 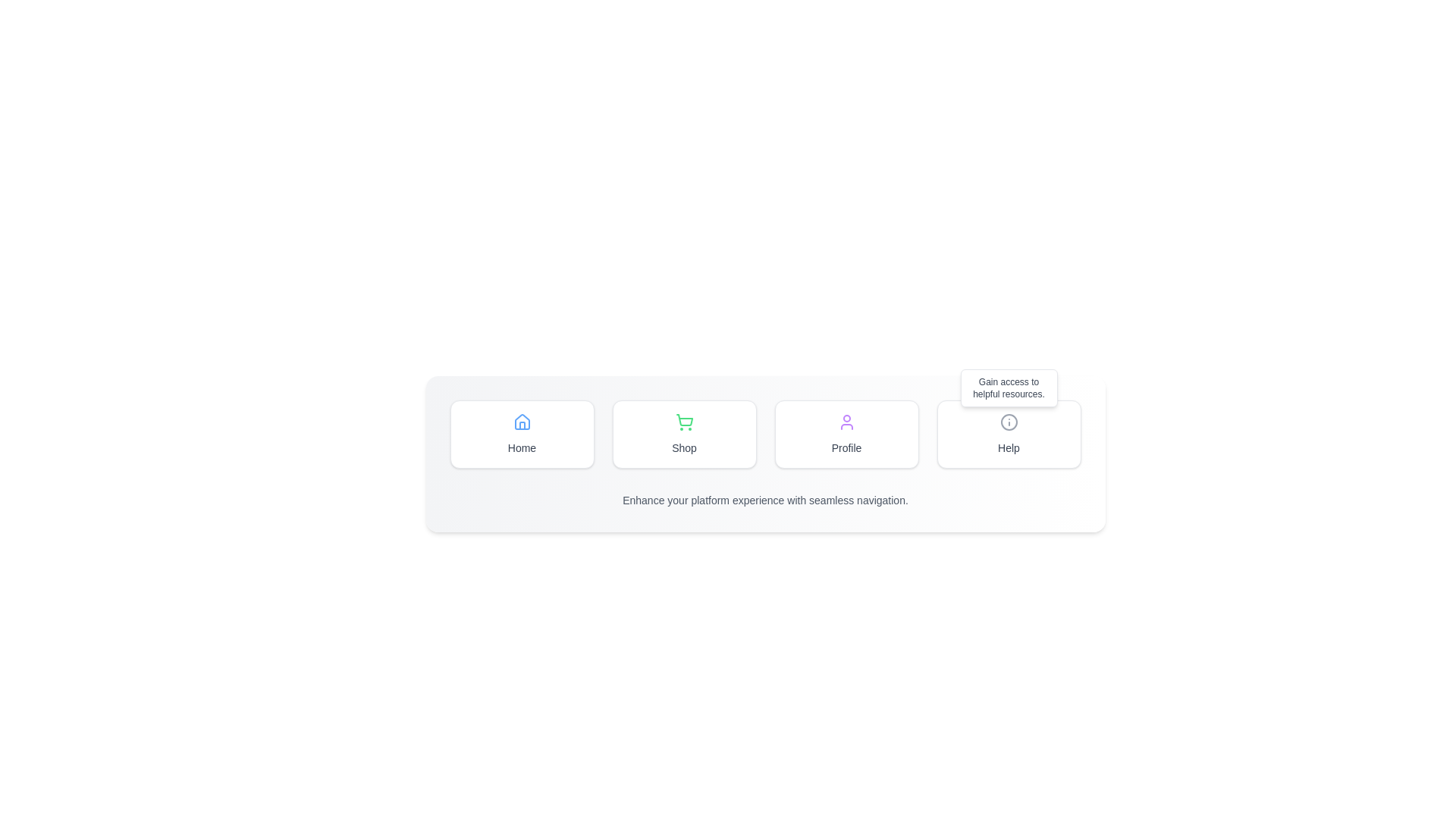 What do you see at coordinates (1009, 435) in the screenshot?
I see `the fourth card in the grid, which has a white background, rounded corners, and displays an information icon above the 'Help' text` at bounding box center [1009, 435].